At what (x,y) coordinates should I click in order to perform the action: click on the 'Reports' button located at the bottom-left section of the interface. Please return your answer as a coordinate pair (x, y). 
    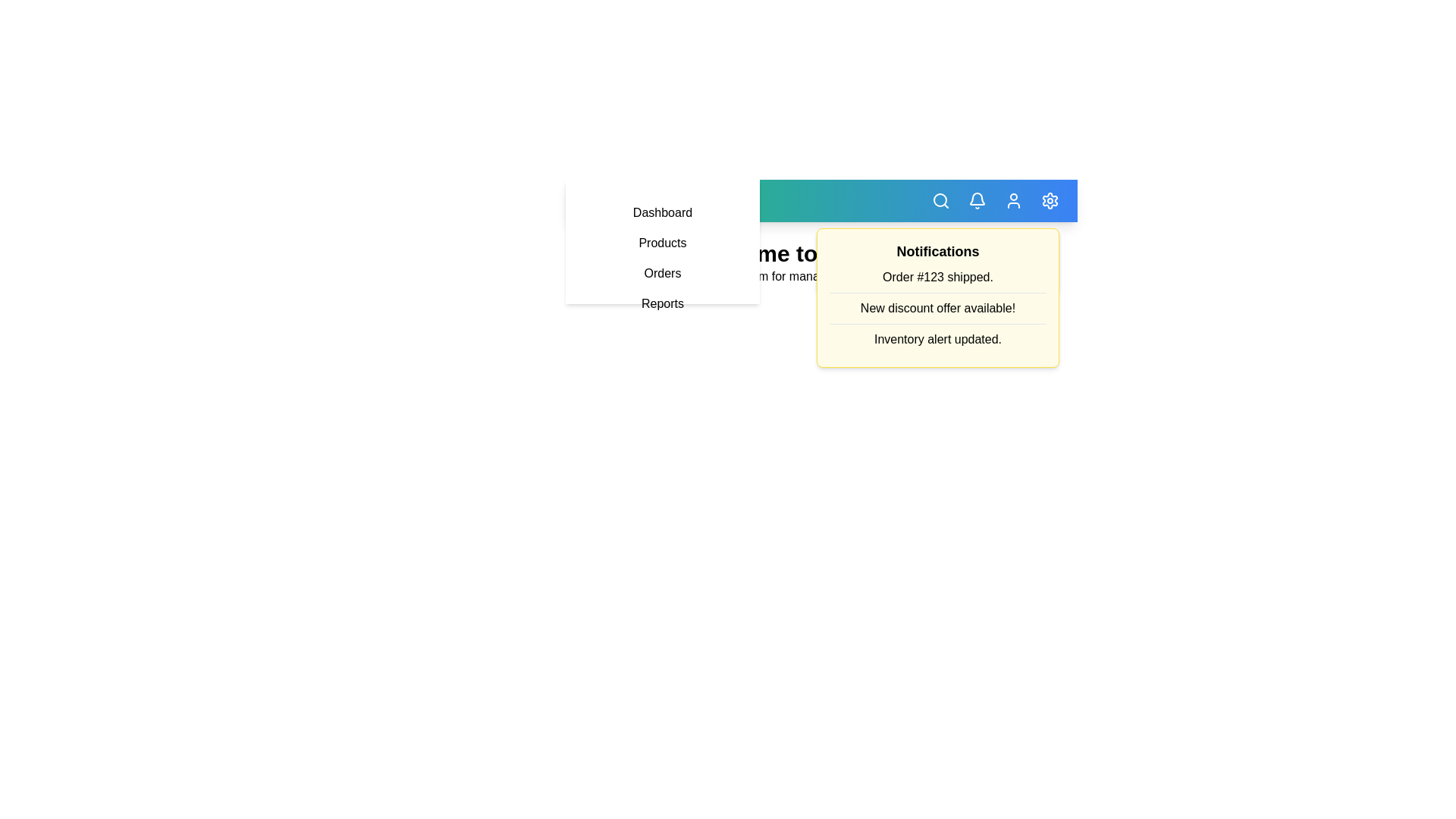
    Looking at the image, I should click on (662, 304).